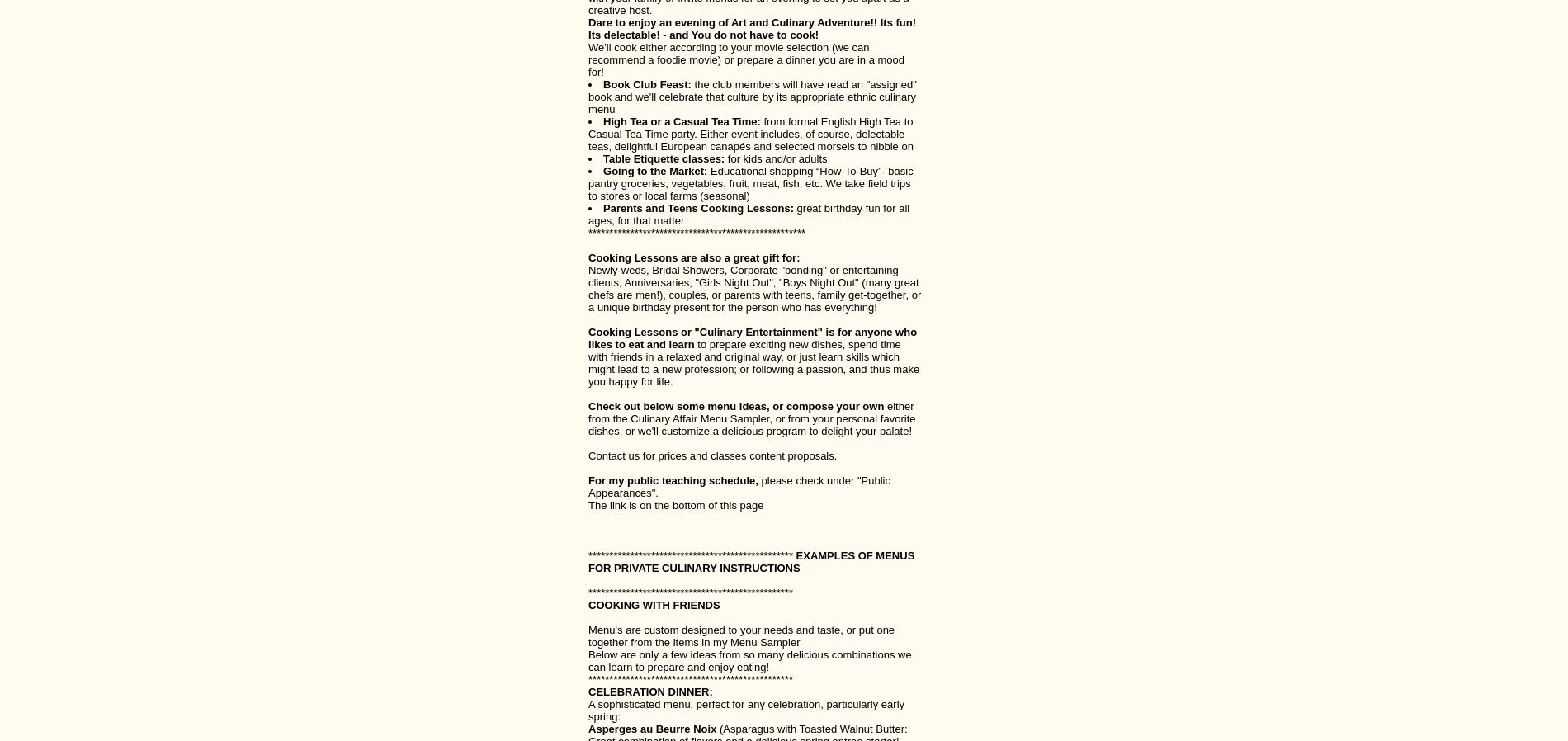 This screenshot has height=741, width=1568. What do you see at coordinates (588, 338) in the screenshot?
I see `'Cooking Lessons or "Culinary Entertainment" is for anyone who likes to eat and learn'` at bounding box center [588, 338].